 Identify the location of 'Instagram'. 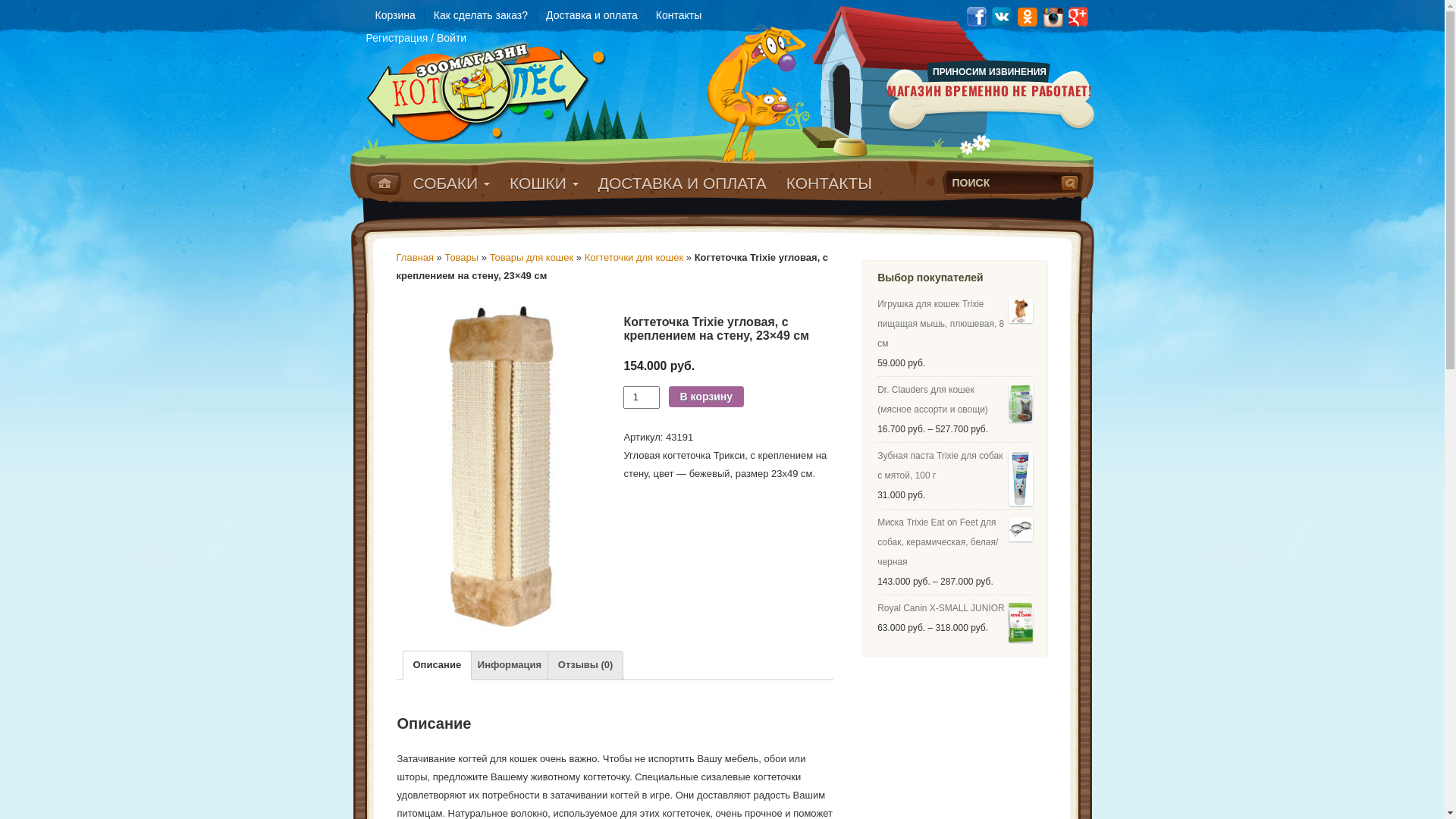
(1052, 15).